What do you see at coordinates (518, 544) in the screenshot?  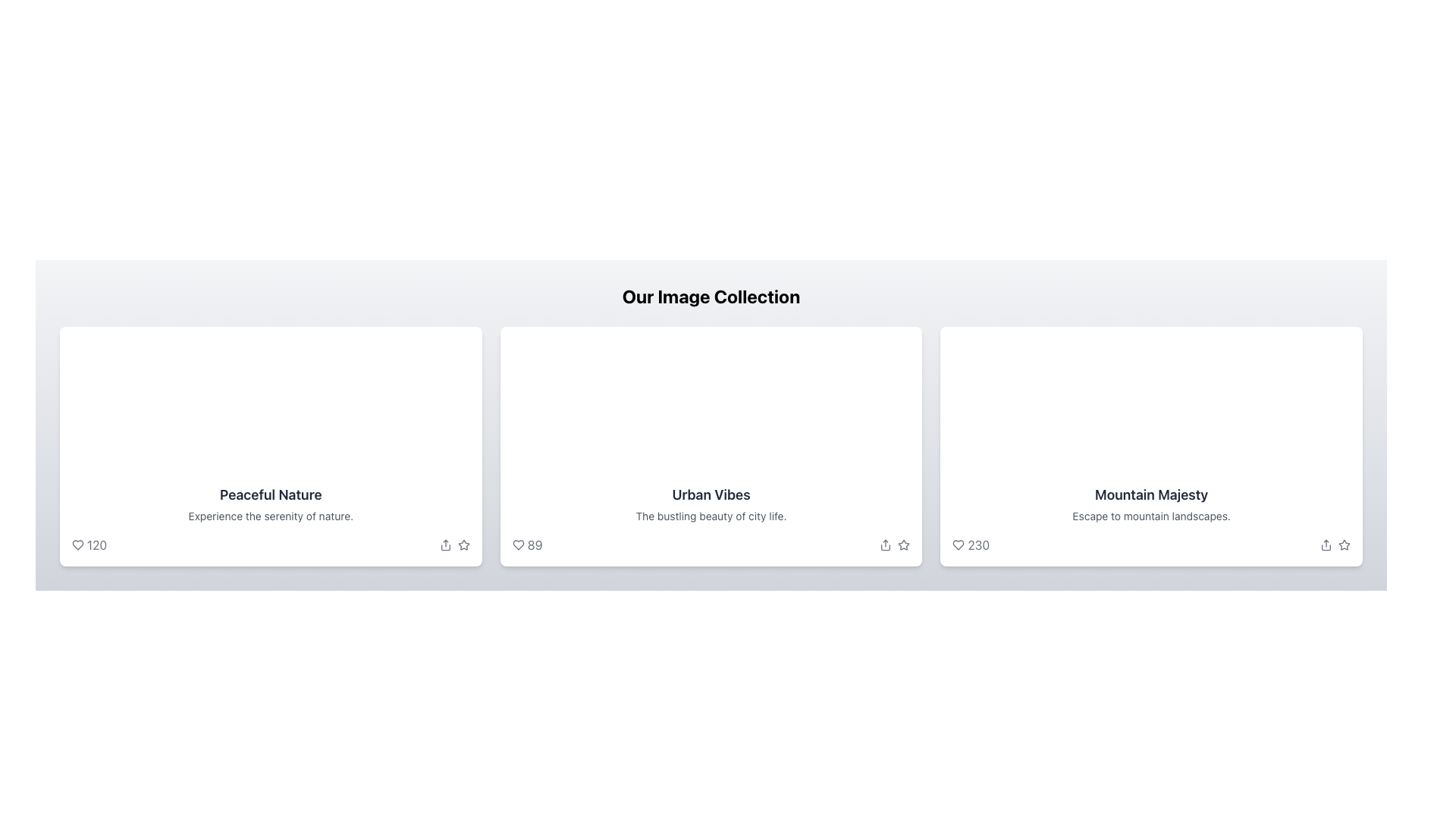 I see `the heart-shaped icon located at the bottom-right corner of the 'Urban Vibes' card` at bounding box center [518, 544].